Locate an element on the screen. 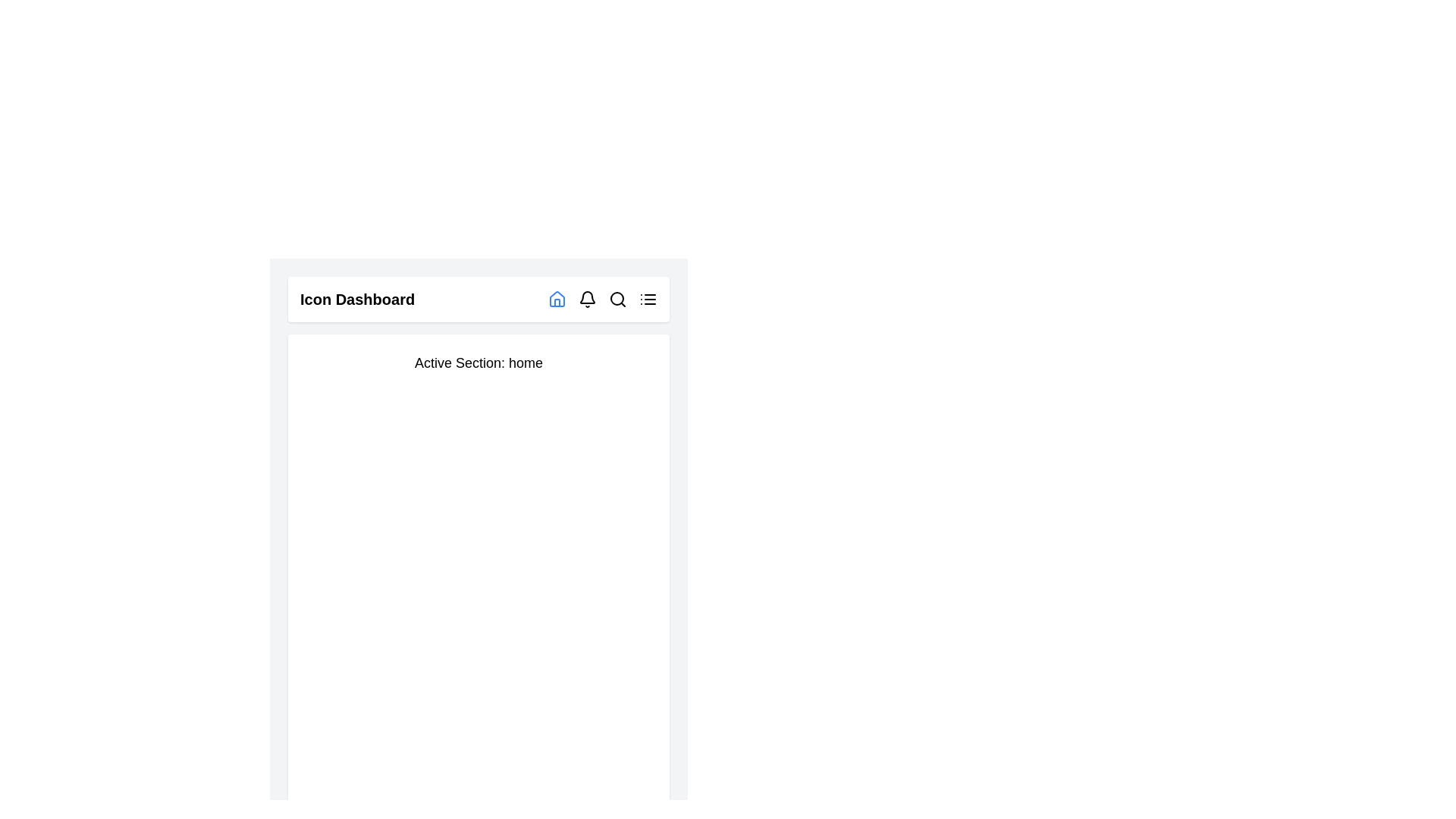 The image size is (1456, 819). the icon group located on the right side of the header section, adjacent to 'Icon Dashboard' is located at coordinates (602, 299).